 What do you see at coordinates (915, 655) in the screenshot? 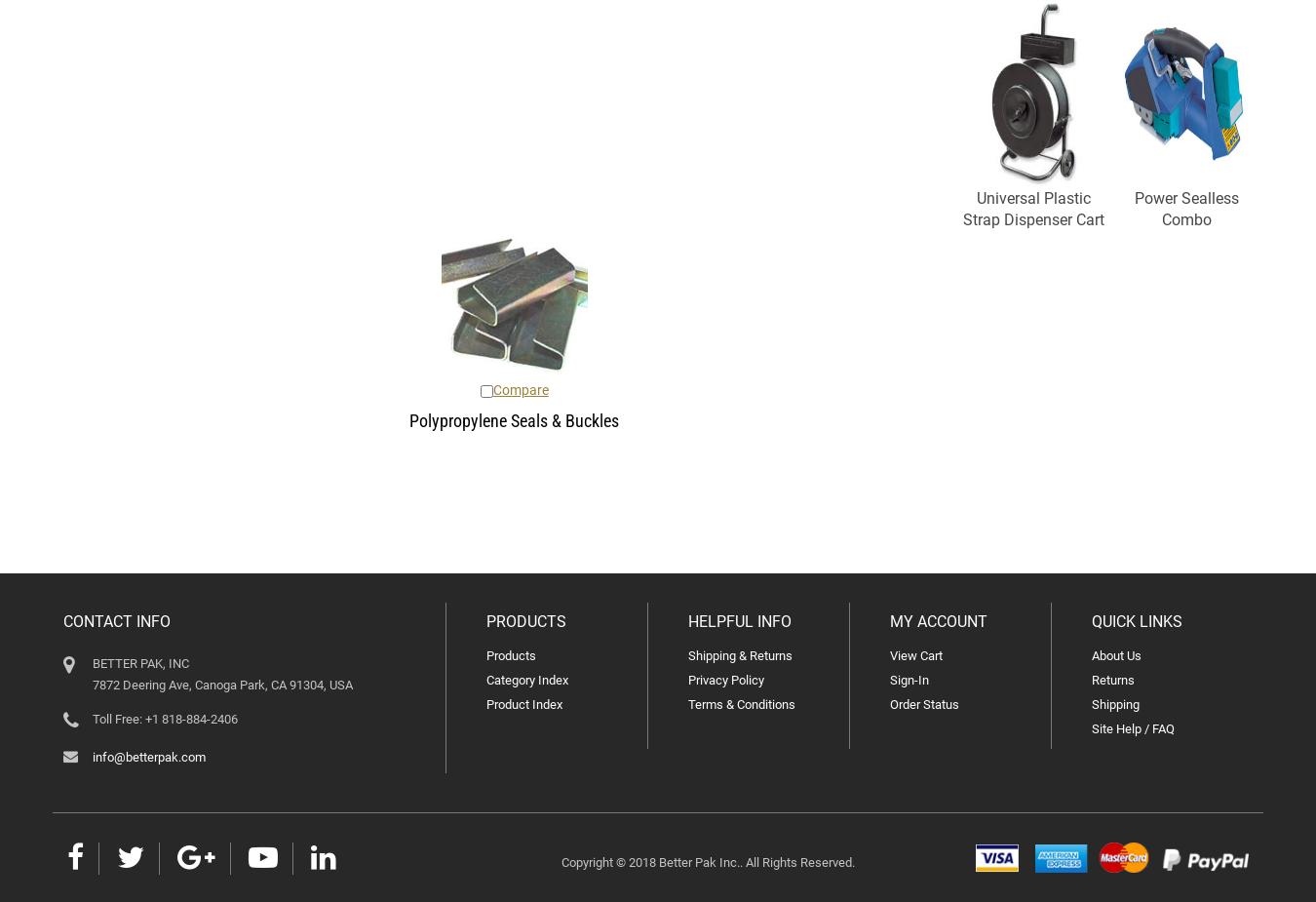
I see `'View Cart'` at bounding box center [915, 655].